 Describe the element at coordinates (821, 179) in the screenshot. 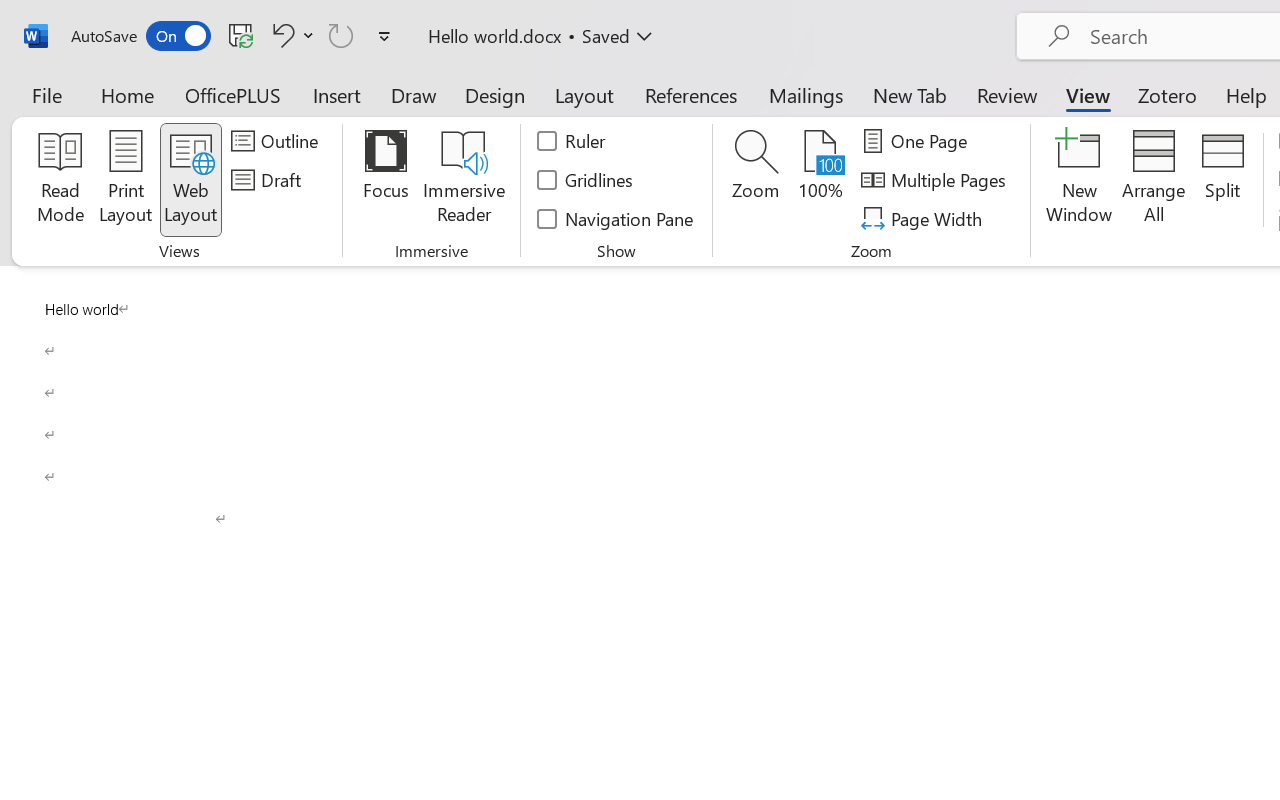

I see `'100%'` at that location.